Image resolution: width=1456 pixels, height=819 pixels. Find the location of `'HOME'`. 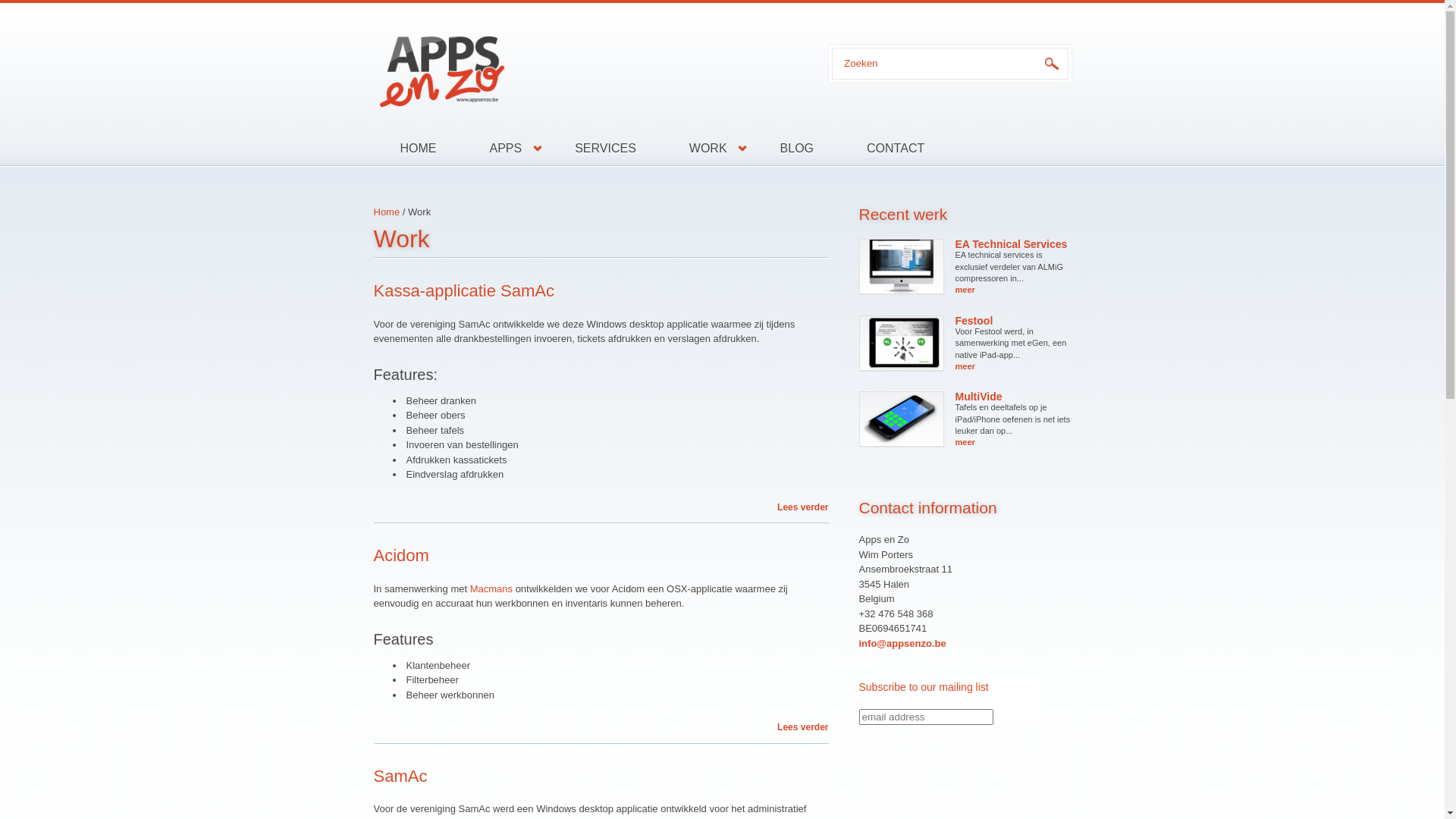

'HOME' is located at coordinates (418, 149).